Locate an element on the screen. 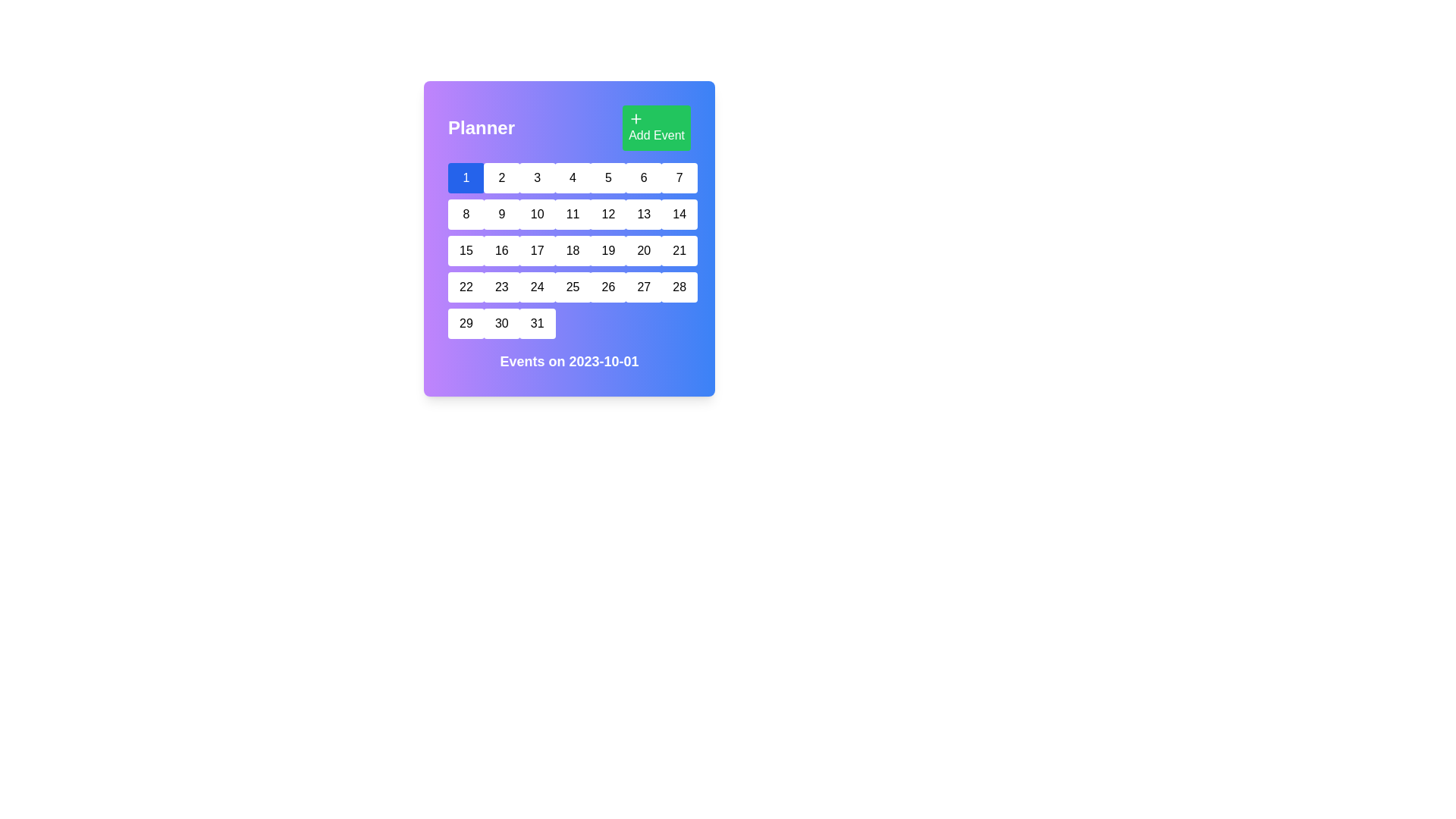 The image size is (1456, 819). the button representing the first day in the calendar grid labeled 'Planner' is located at coordinates (465, 177).